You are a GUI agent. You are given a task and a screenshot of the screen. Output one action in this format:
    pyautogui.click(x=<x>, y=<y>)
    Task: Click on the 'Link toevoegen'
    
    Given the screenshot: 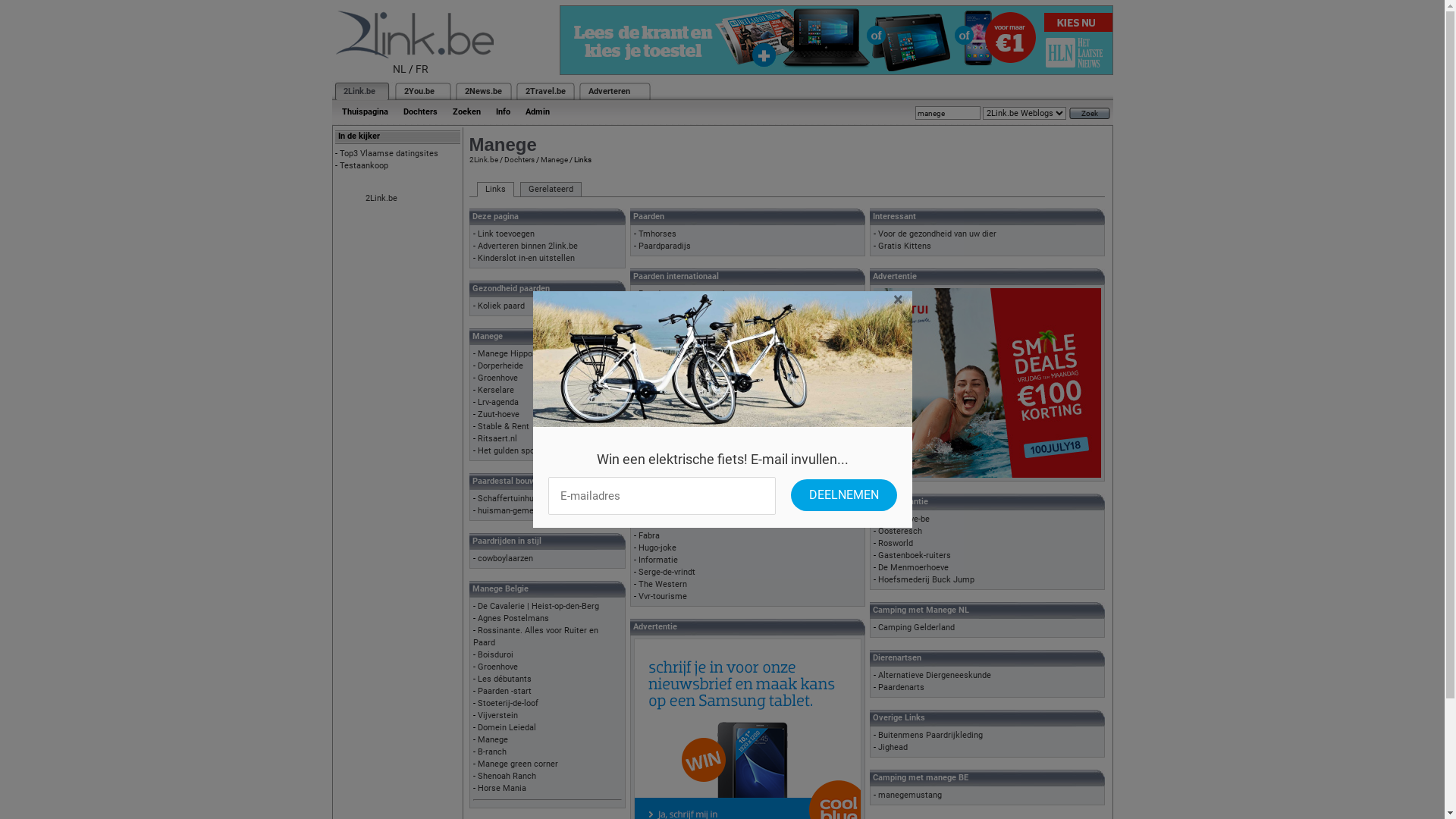 What is the action you would take?
    pyautogui.click(x=506, y=234)
    